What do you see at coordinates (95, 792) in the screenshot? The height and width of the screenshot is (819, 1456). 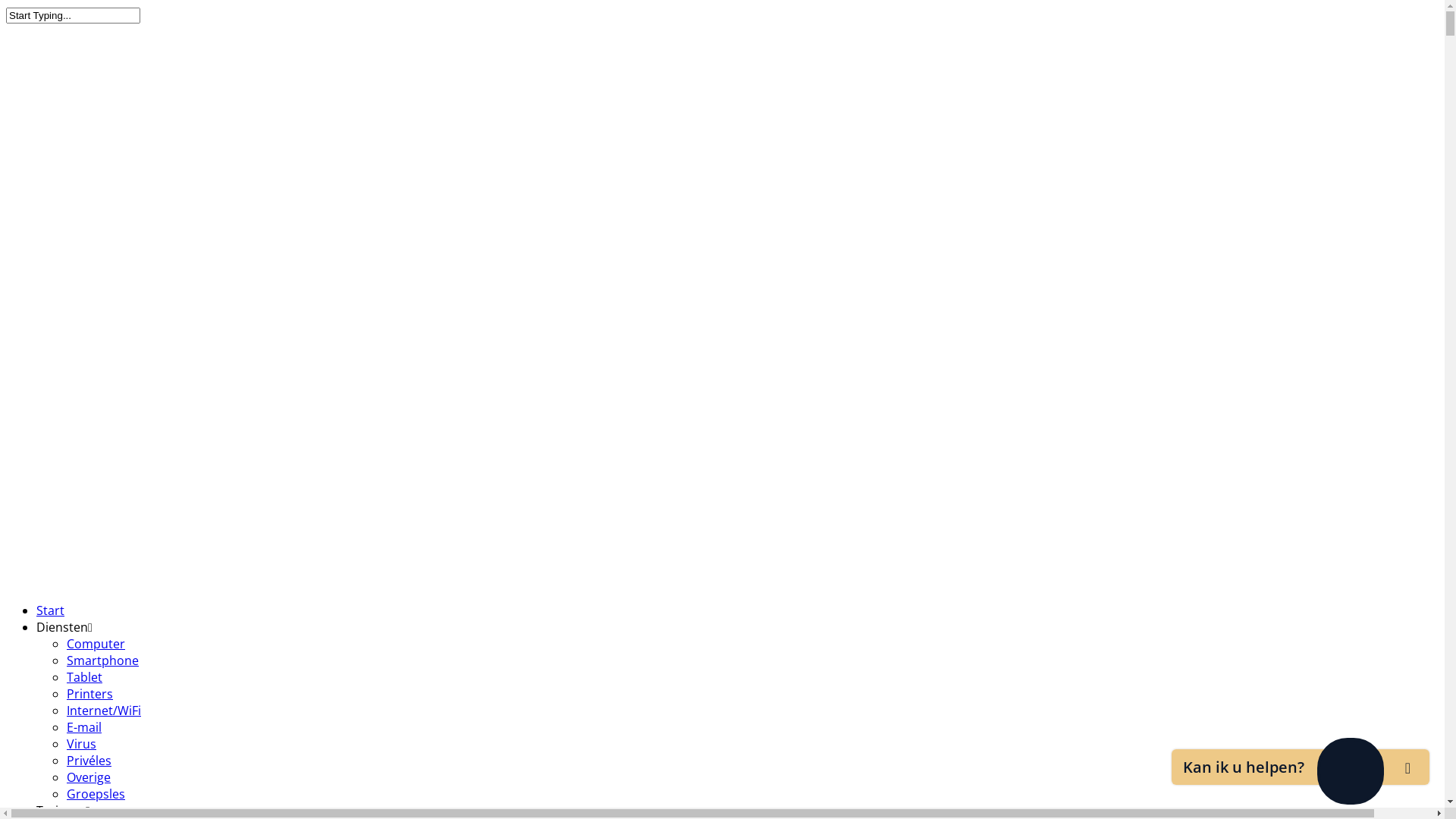 I see `'Groepsles'` at bounding box center [95, 792].